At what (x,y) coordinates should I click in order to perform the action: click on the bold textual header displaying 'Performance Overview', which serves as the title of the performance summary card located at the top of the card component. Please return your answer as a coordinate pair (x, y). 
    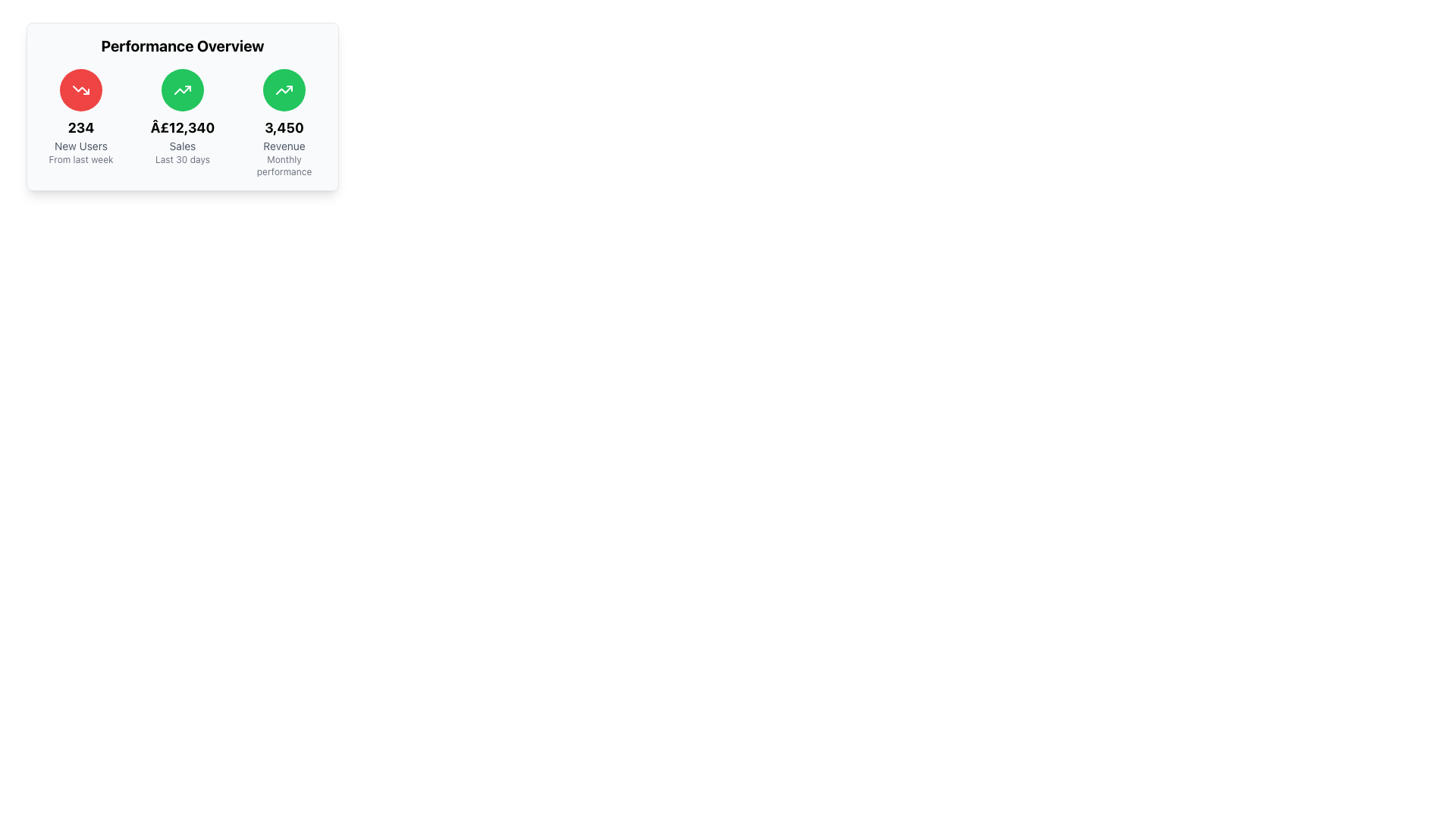
    Looking at the image, I should click on (182, 45).